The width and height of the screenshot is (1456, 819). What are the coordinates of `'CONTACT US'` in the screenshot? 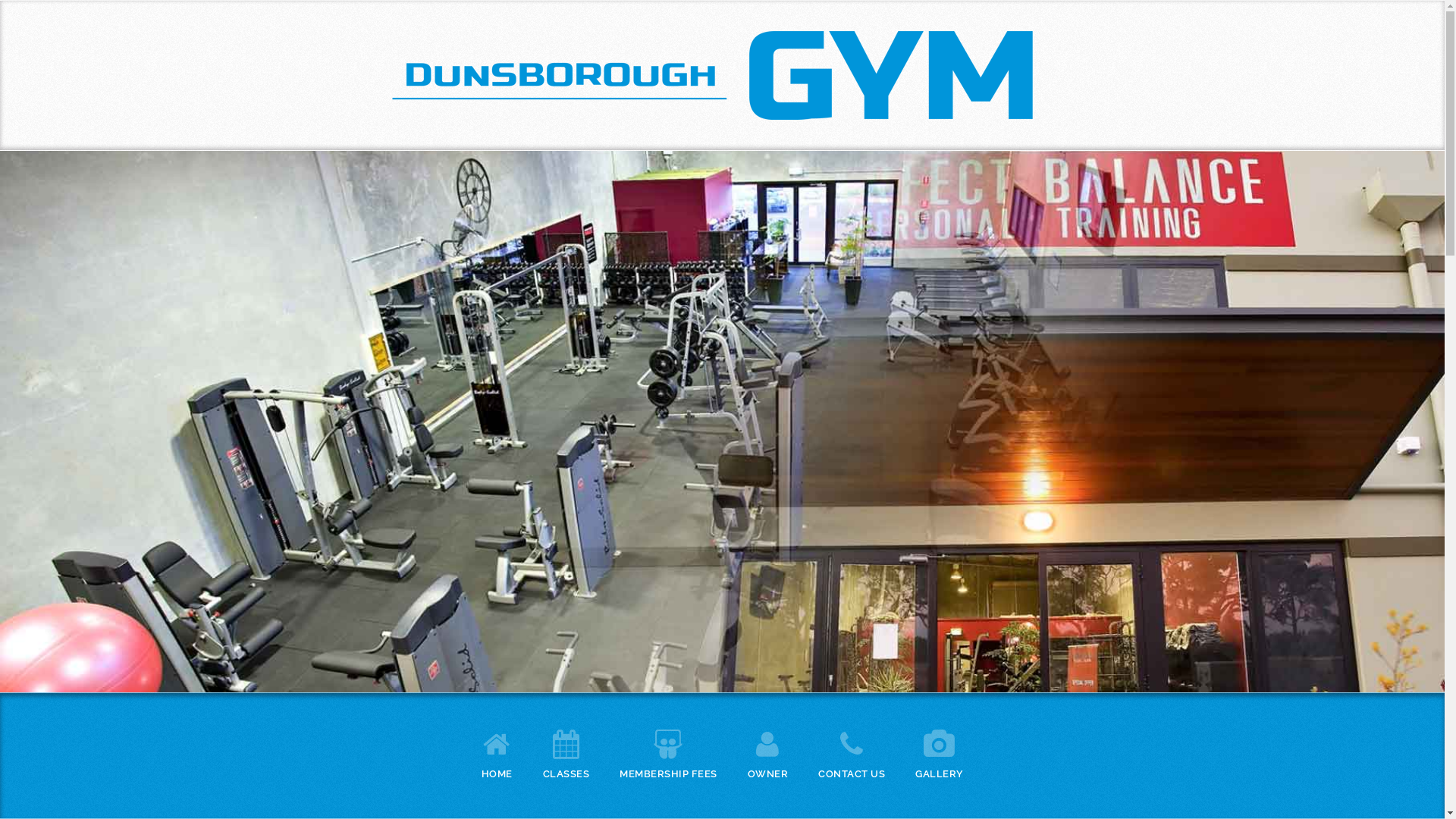 It's located at (852, 752).